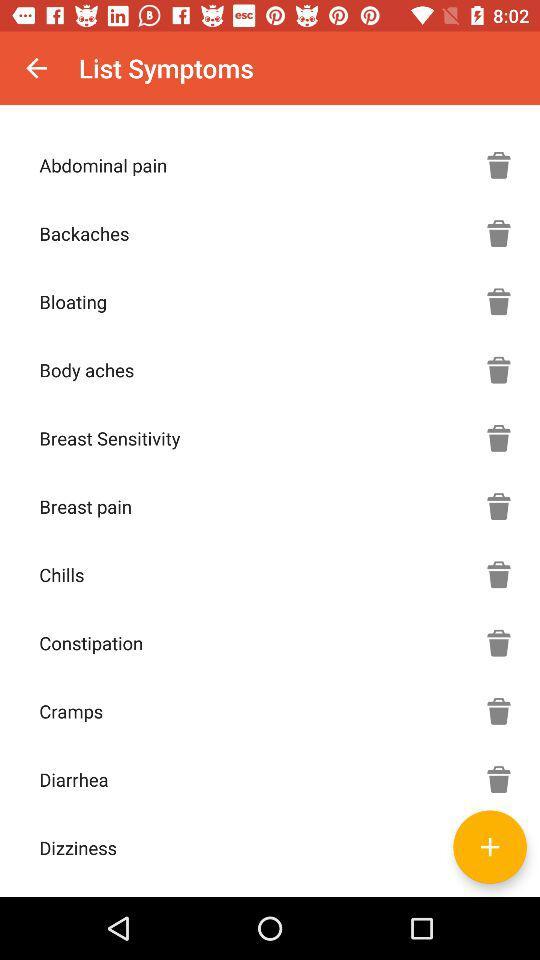 This screenshot has width=540, height=960. I want to click on dizziness, so click(489, 846).